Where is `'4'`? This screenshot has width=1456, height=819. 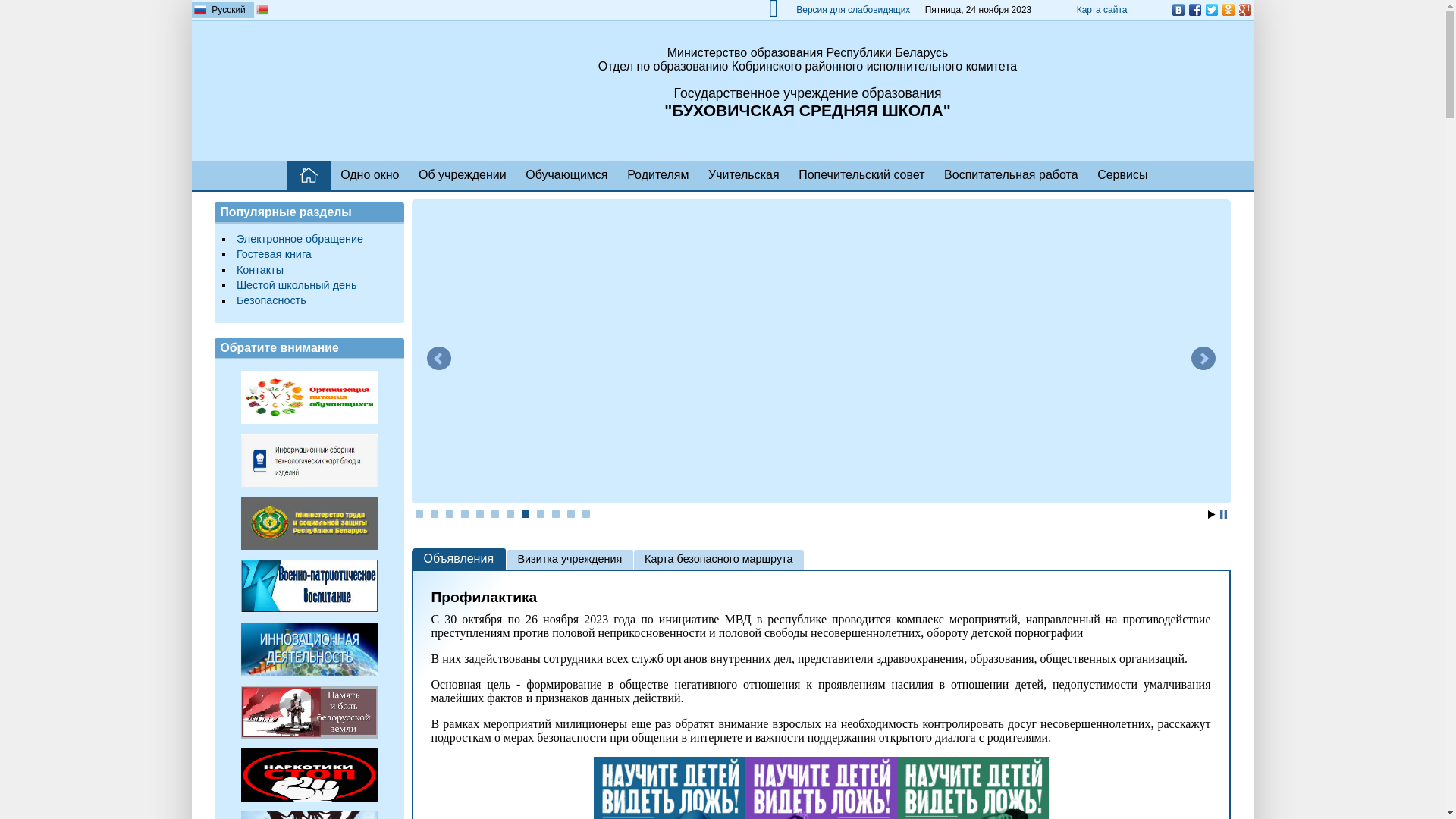
'4' is located at coordinates (464, 513).